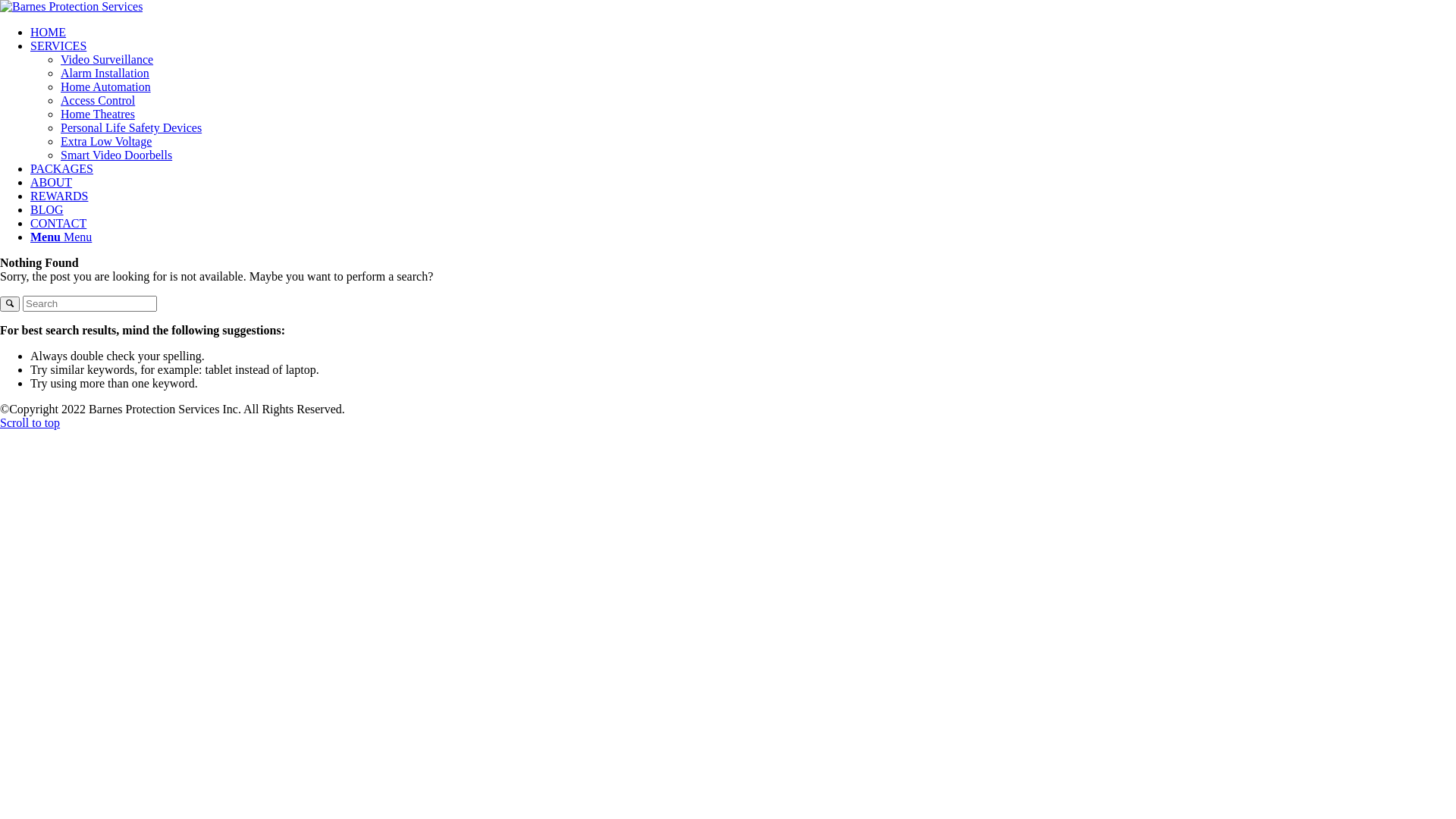  I want to click on 'SERVICES', so click(58, 45).